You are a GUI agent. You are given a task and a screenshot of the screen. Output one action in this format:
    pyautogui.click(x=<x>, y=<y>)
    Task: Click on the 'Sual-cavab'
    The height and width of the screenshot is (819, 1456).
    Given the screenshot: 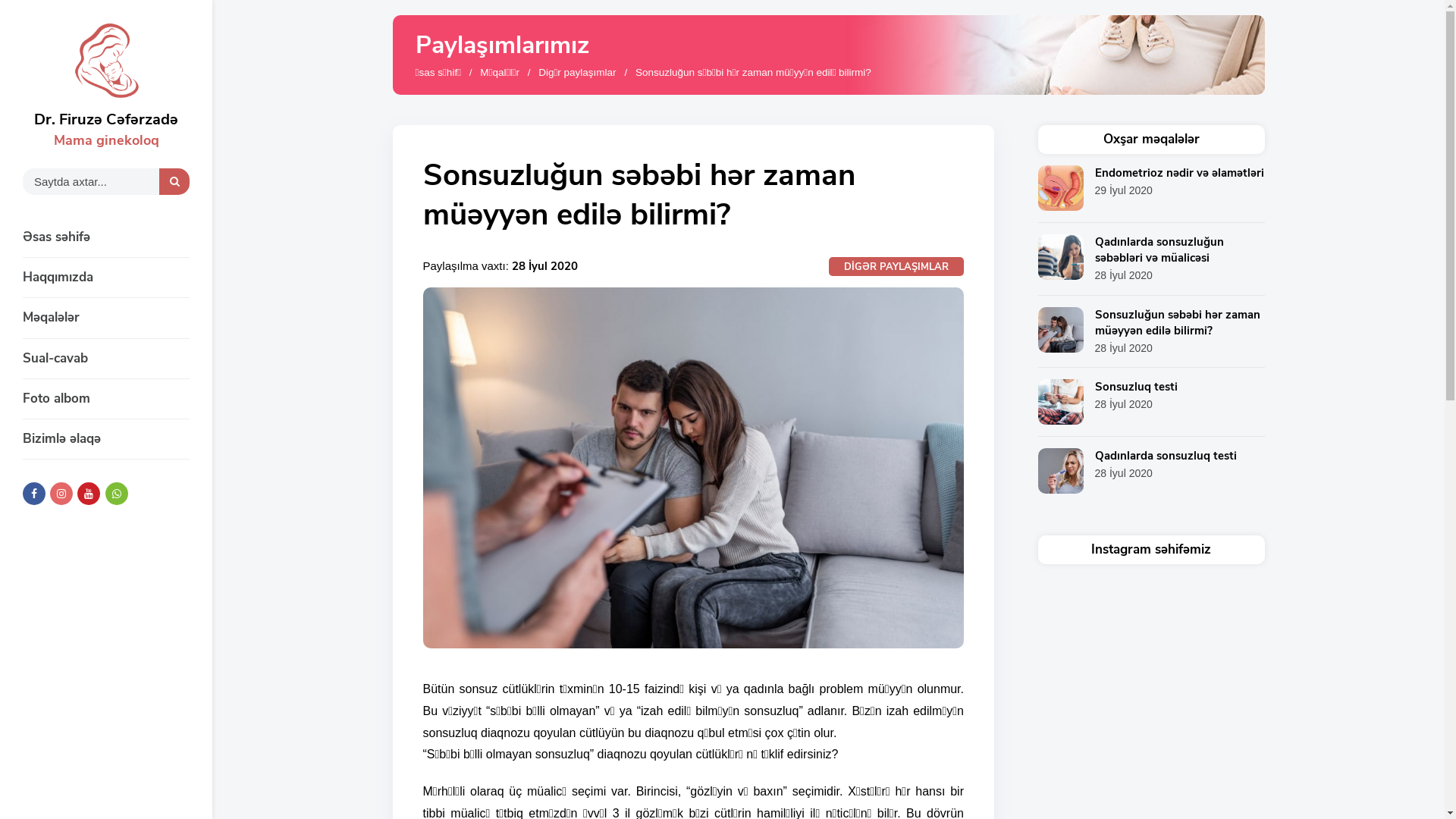 What is the action you would take?
    pyautogui.click(x=22, y=359)
    